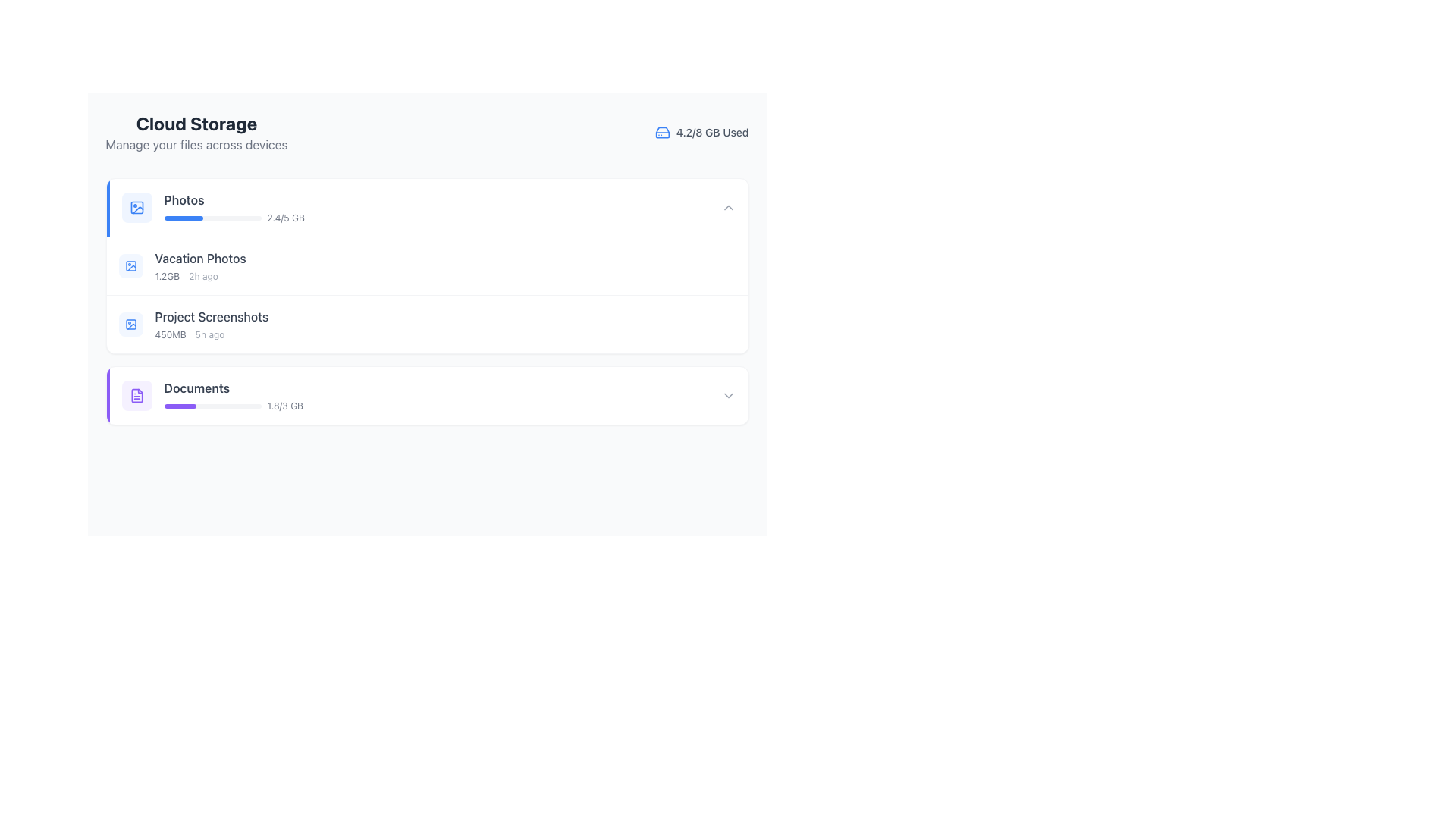 This screenshot has width=1456, height=819. Describe the element at coordinates (130, 324) in the screenshot. I see `the Icon with decorative background style` at that location.